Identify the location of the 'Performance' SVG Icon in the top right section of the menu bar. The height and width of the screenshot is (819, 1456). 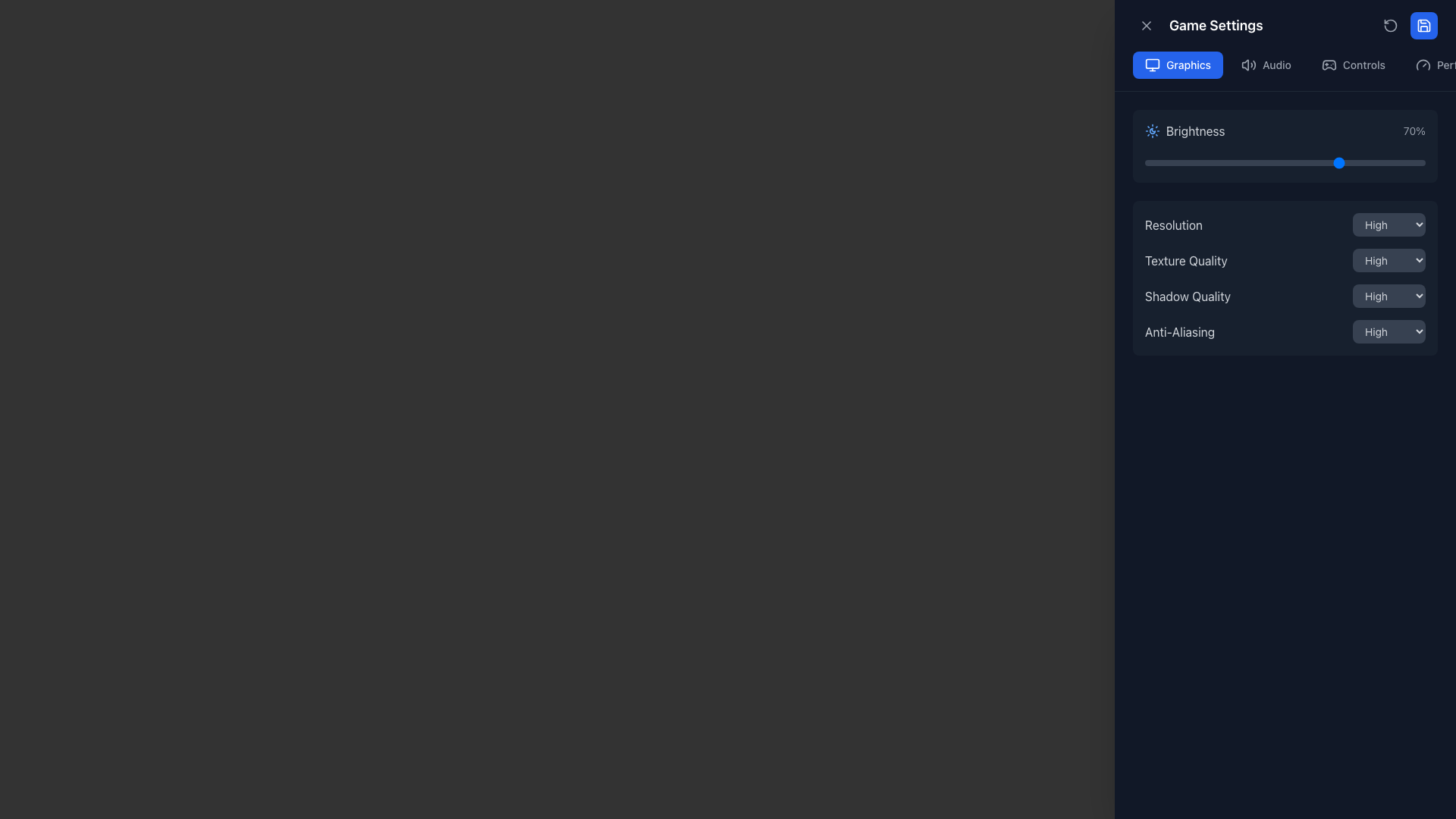
(1422, 64).